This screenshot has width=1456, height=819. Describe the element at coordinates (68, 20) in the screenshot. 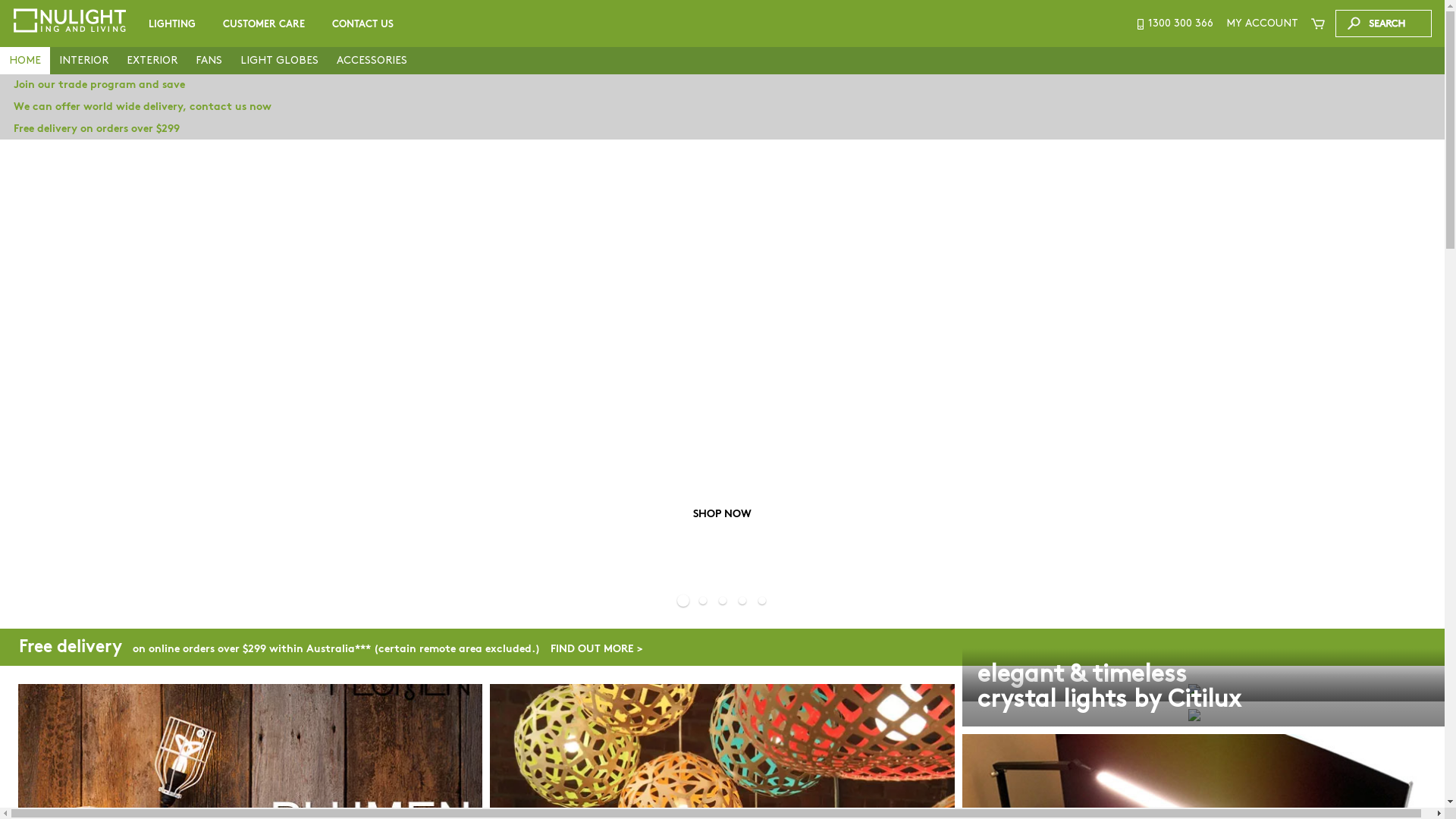

I see `'Nu Lighting'` at that location.